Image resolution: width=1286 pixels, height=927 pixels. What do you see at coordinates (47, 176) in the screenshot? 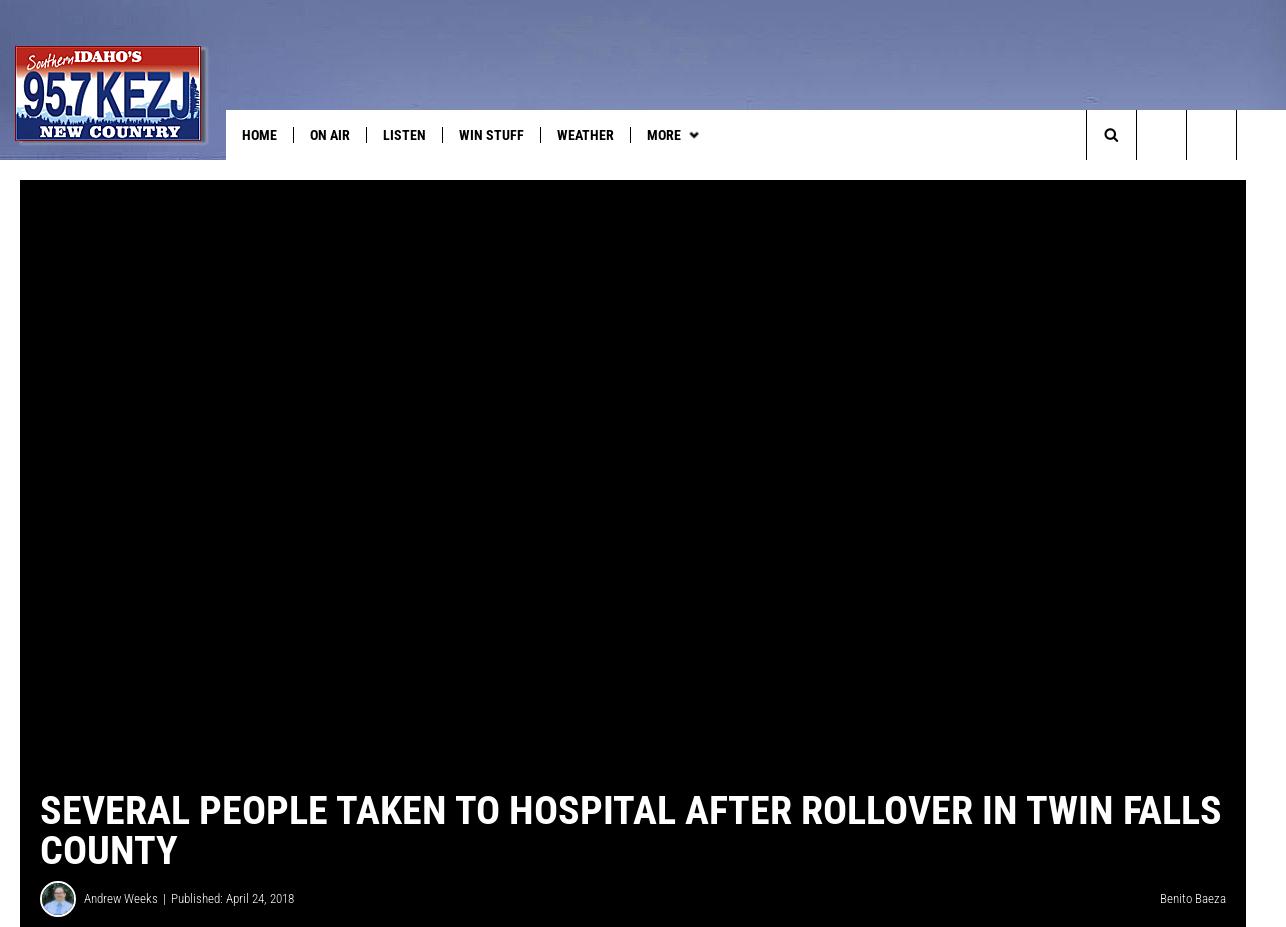
I see `'Trending:'` at bounding box center [47, 176].